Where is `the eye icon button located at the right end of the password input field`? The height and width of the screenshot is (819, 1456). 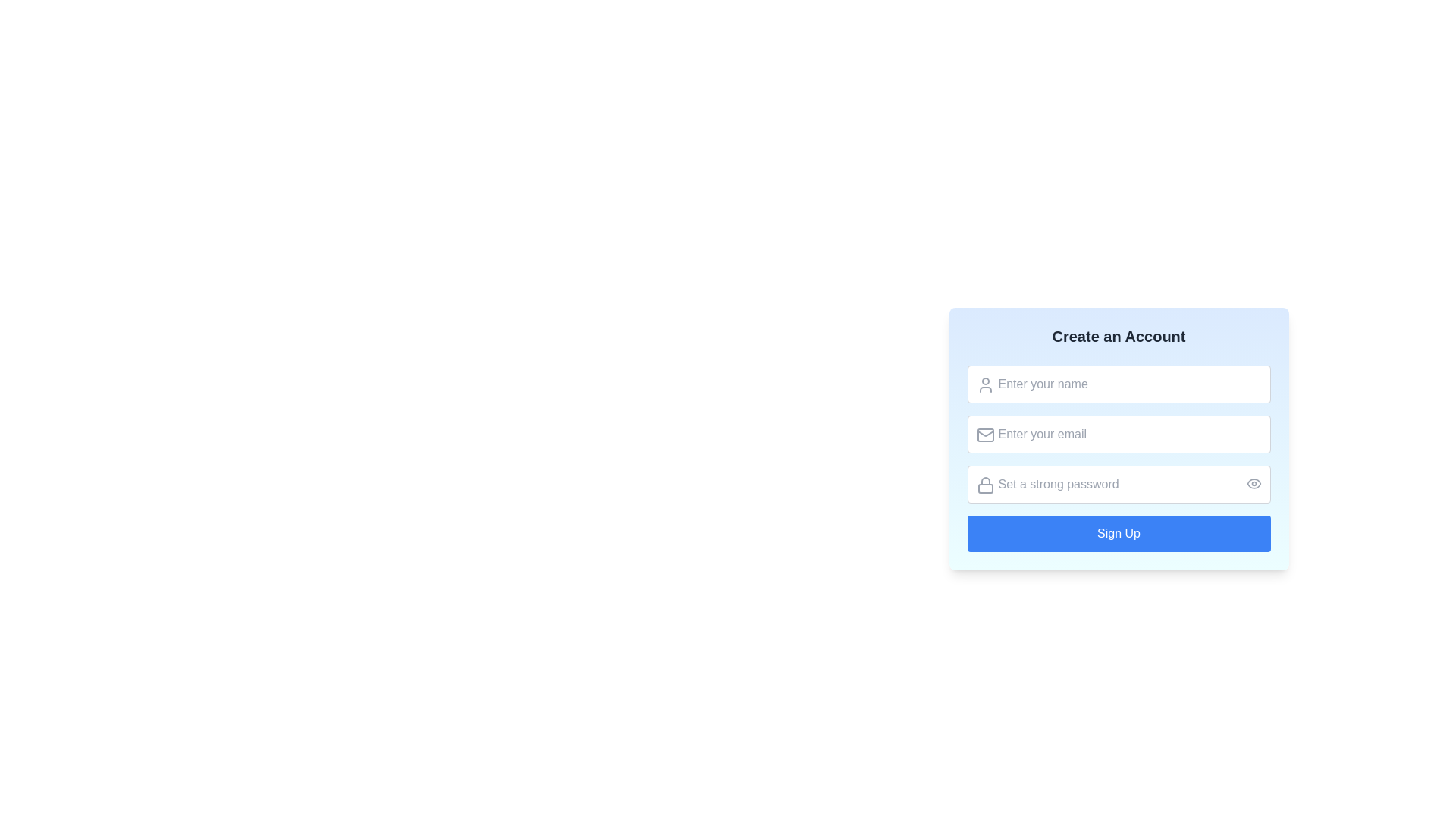 the eye icon button located at the right end of the password input field is located at coordinates (1254, 483).